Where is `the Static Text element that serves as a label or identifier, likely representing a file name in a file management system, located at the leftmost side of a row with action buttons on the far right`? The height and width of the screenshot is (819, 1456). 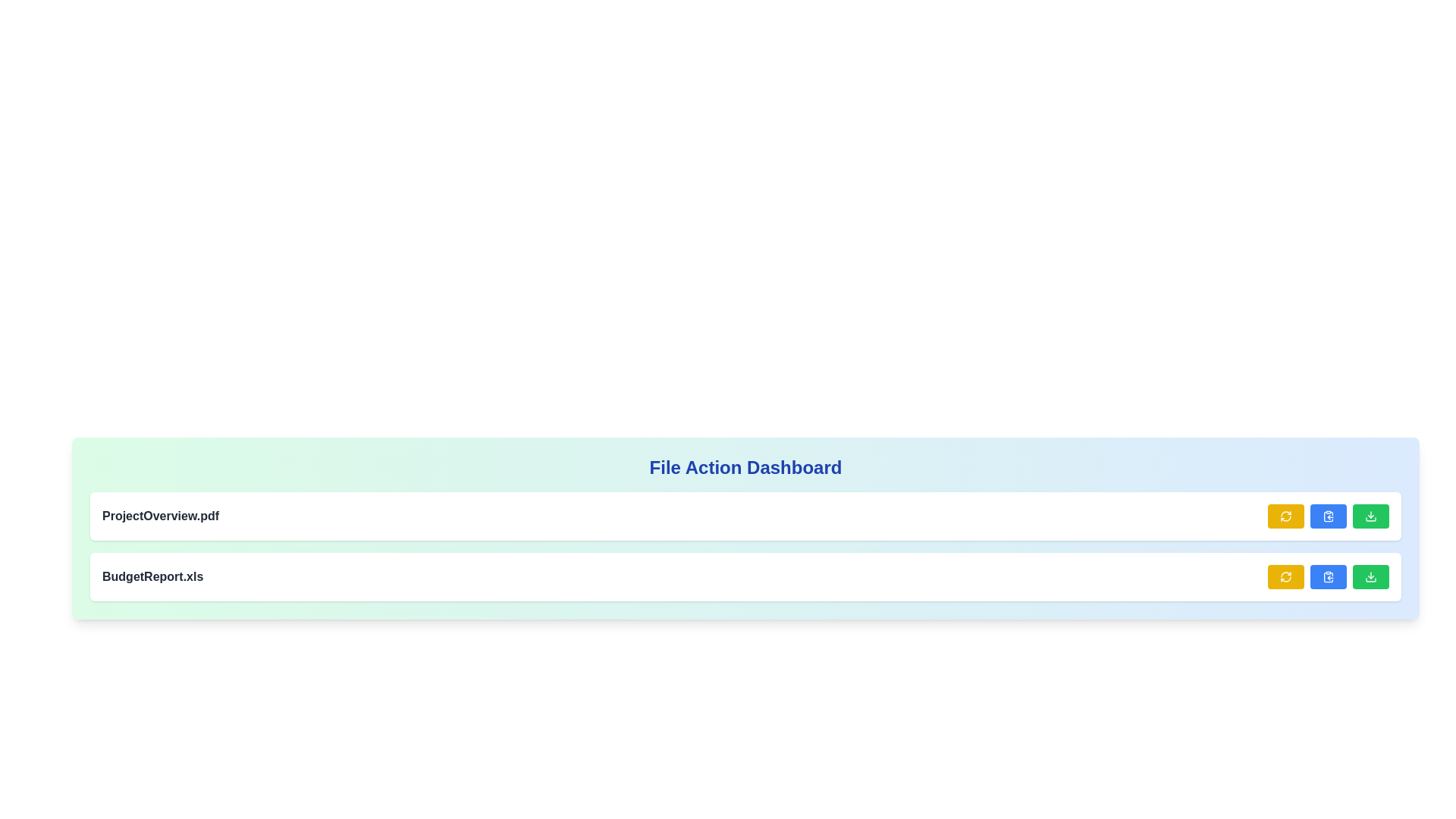
the Static Text element that serves as a label or identifier, likely representing a file name in a file management system, located at the leftmost side of a row with action buttons on the far right is located at coordinates (152, 576).